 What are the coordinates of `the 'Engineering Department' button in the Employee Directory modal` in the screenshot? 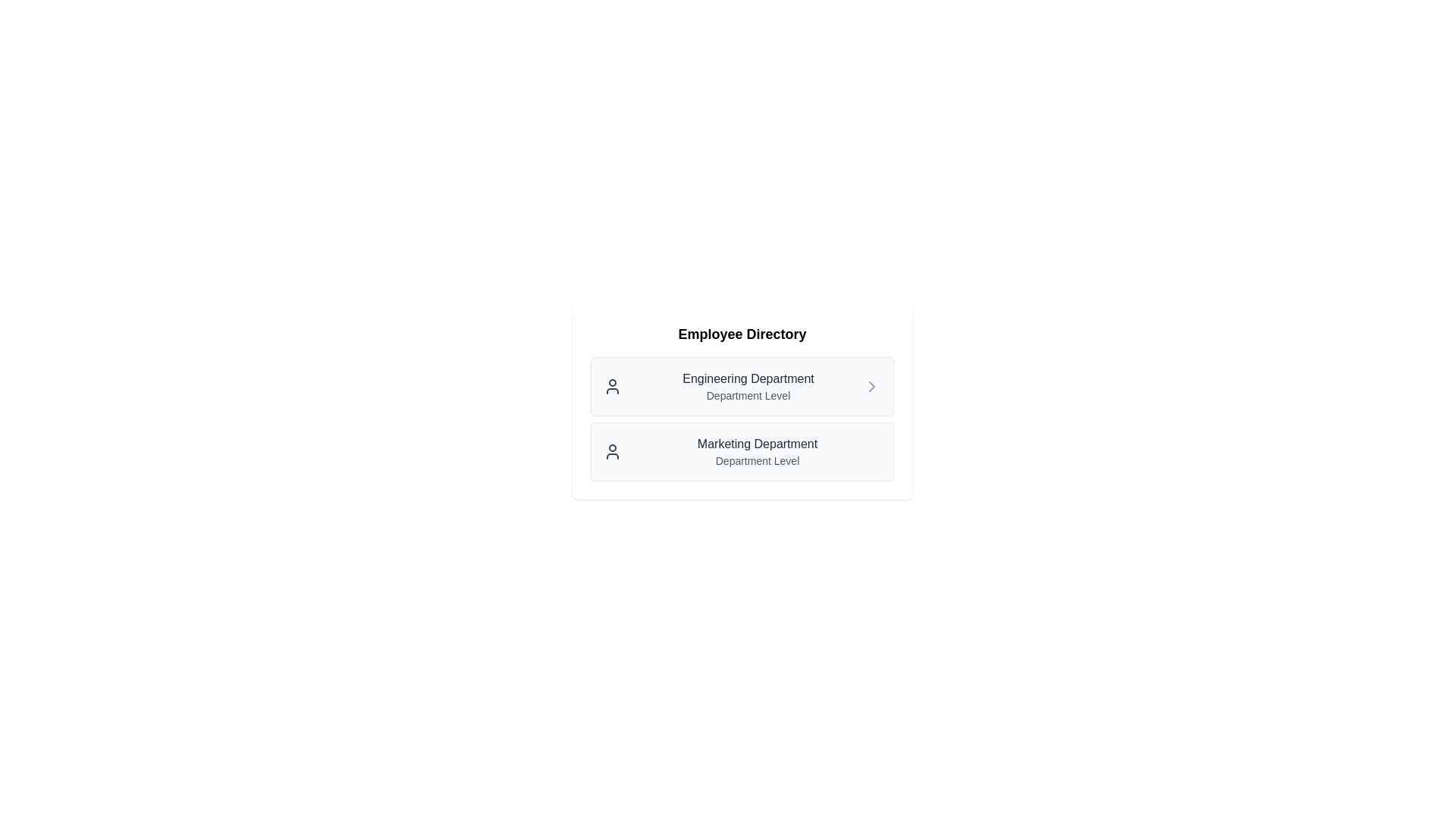 It's located at (742, 402).